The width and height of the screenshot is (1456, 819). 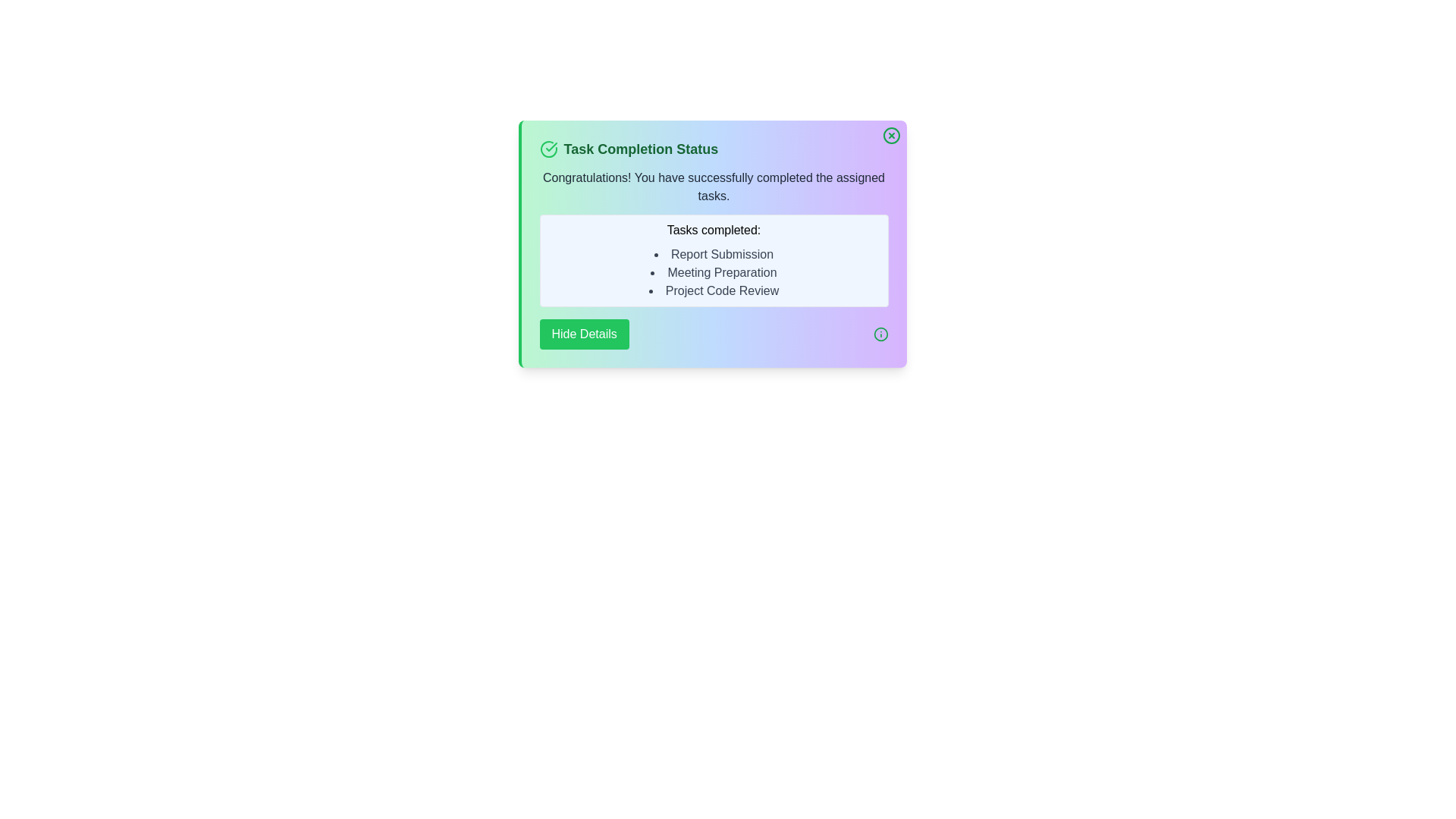 What do you see at coordinates (582, 333) in the screenshot?
I see `the 'Hide Details' button to toggle the visibility of the details section` at bounding box center [582, 333].